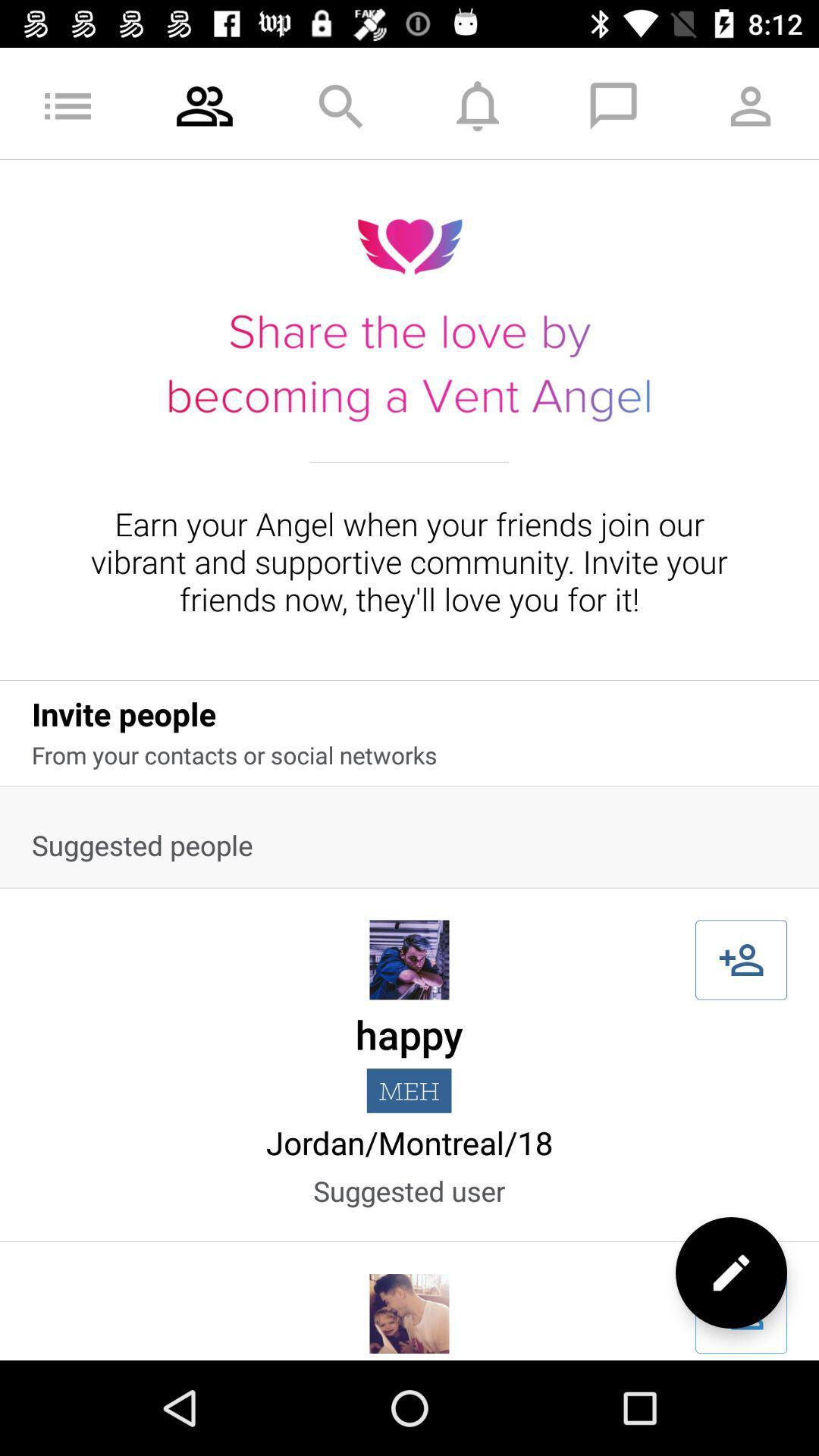  I want to click on person, so click(740, 959).